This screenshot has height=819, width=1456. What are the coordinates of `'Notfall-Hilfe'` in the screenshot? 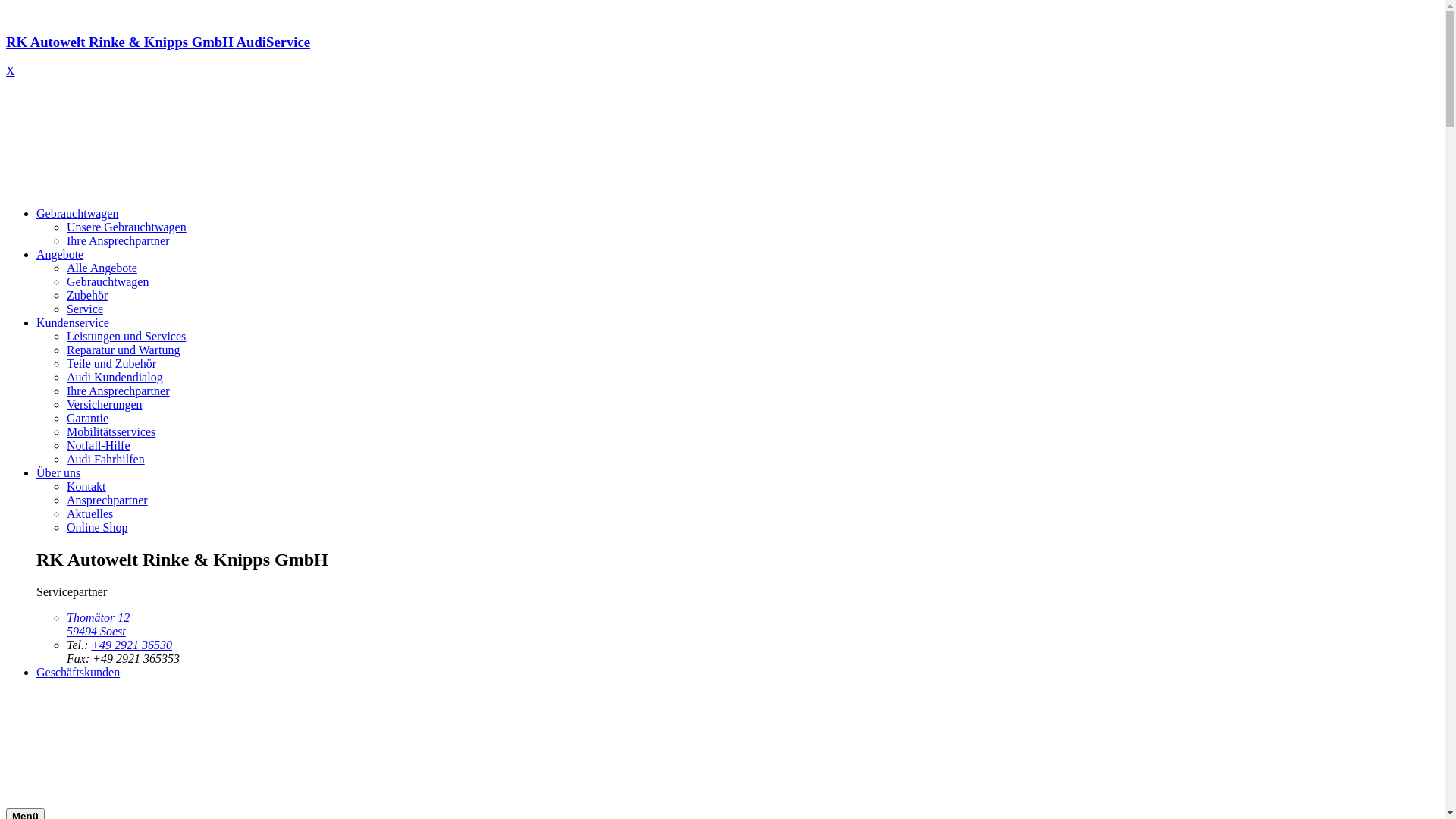 It's located at (97, 444).